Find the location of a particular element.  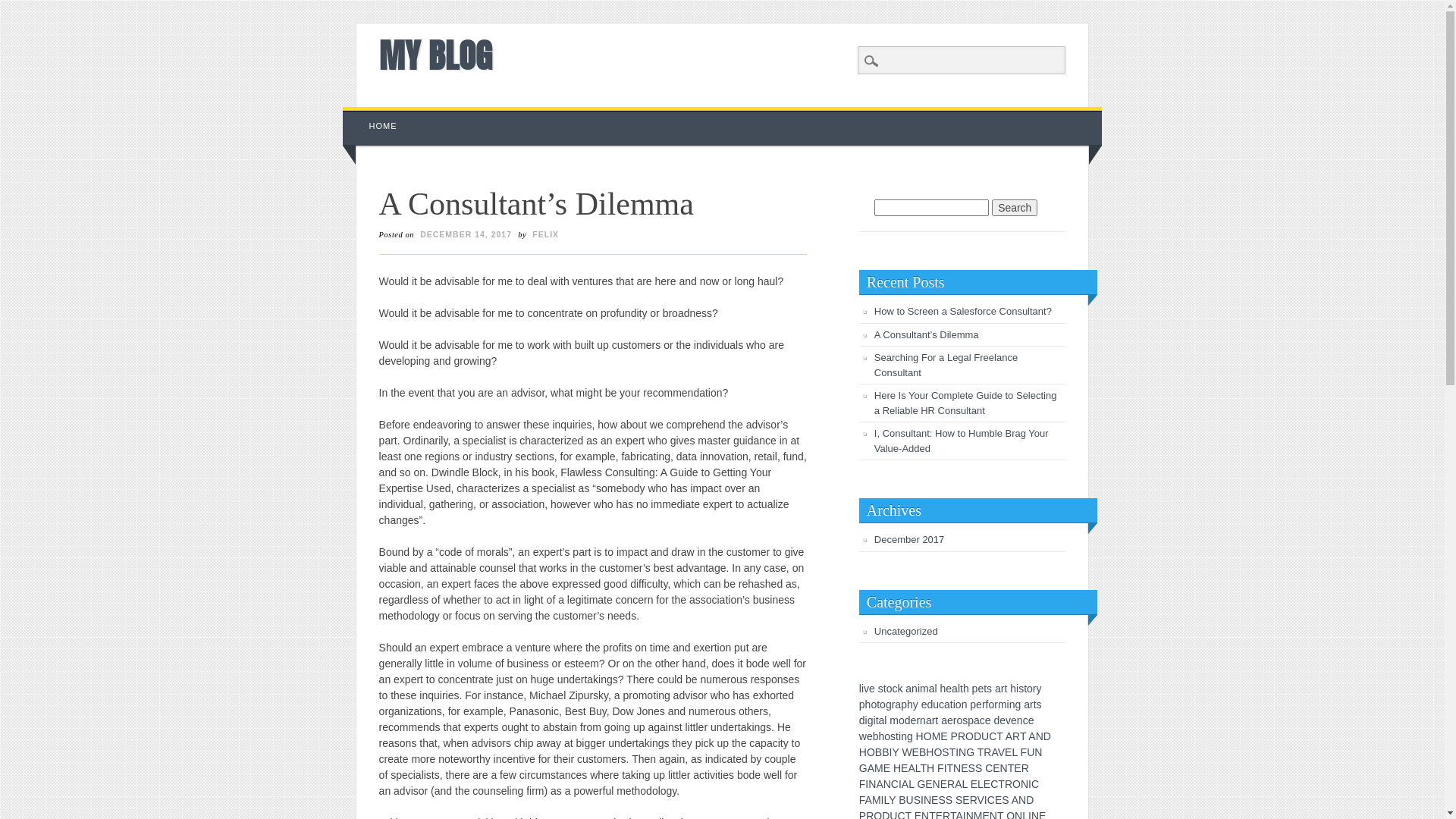

'c' is located at coordinates (940, 704).